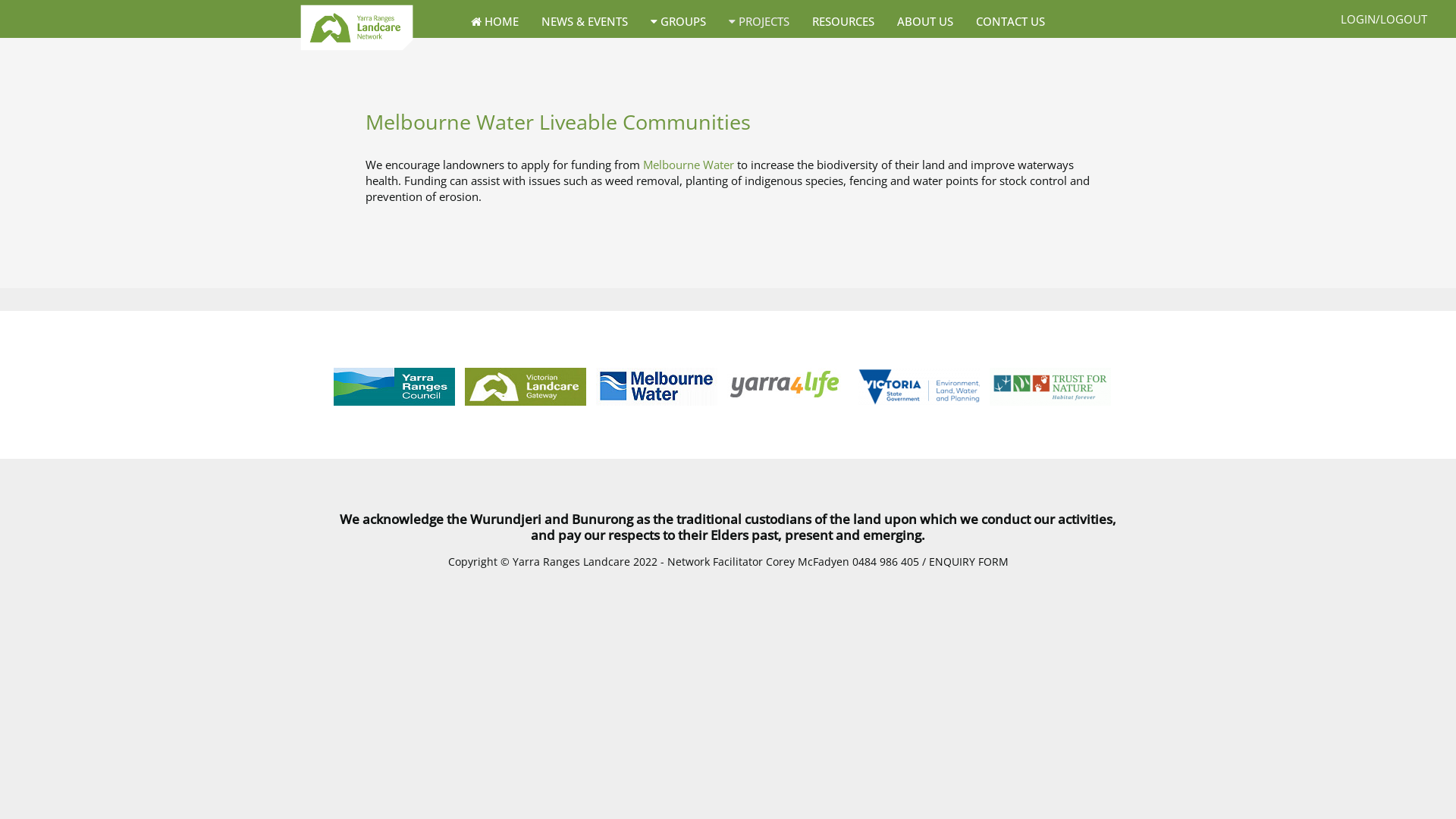 Image resolution: width=1456 pixels, height=819 pixels. What do you see at coordinates (927, 561) in the screenshot?
I see `'ENQUIRY FORM'` at bounding box center [927, 561].